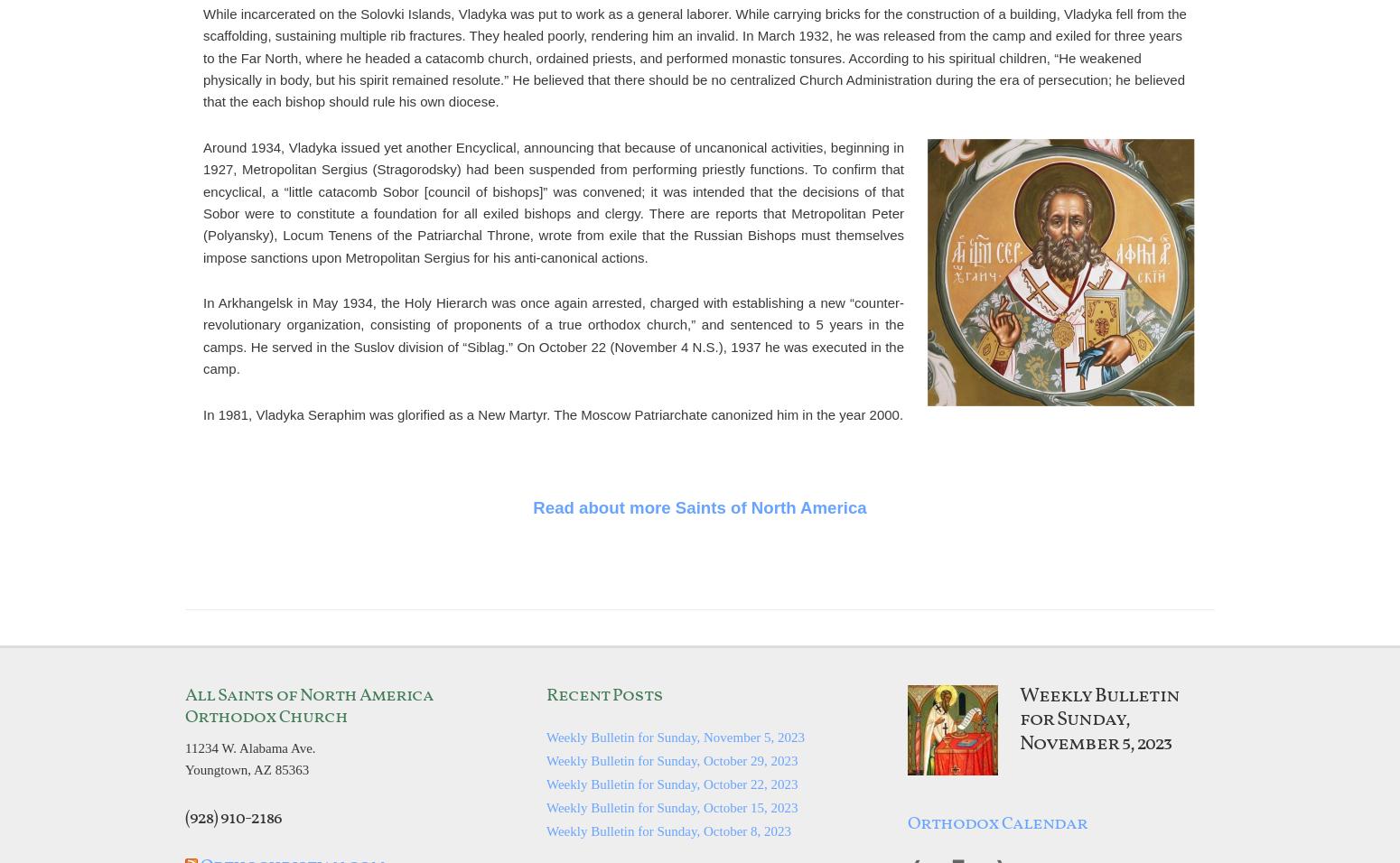  What do you see at coordinates (672, 806) in the screenshot?
I see `'Weekly Bulletin for Sunday, October 15, 2023'` at bounding box center [672, 806].